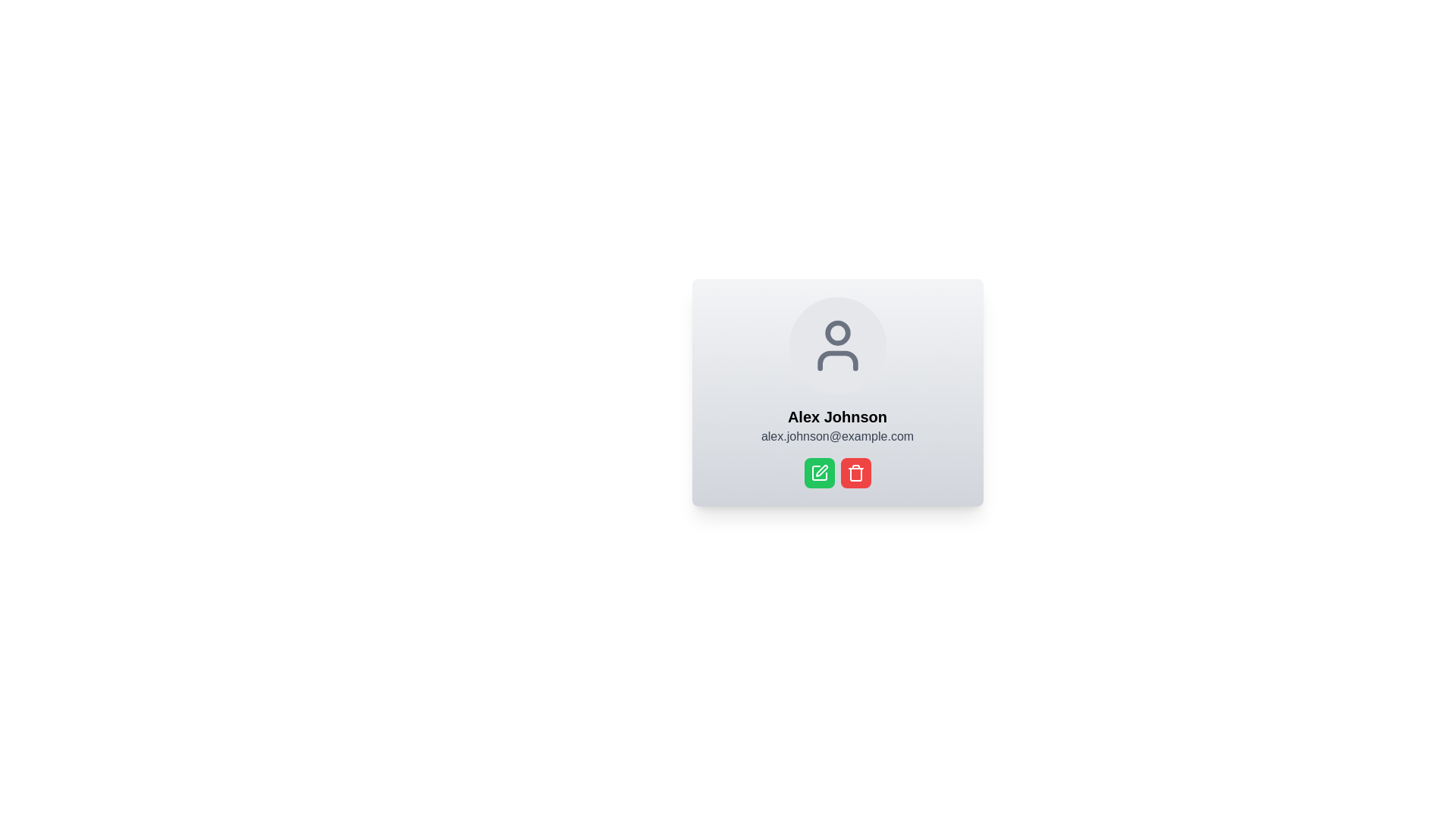 The width and height of the screenshot is (1456, 819). What do you see at coordinates (818, 472) in the screenshot?
I see `the square icon with a pen symbol inside, which is styled in a modern green background` at bounding box center [818, 472].